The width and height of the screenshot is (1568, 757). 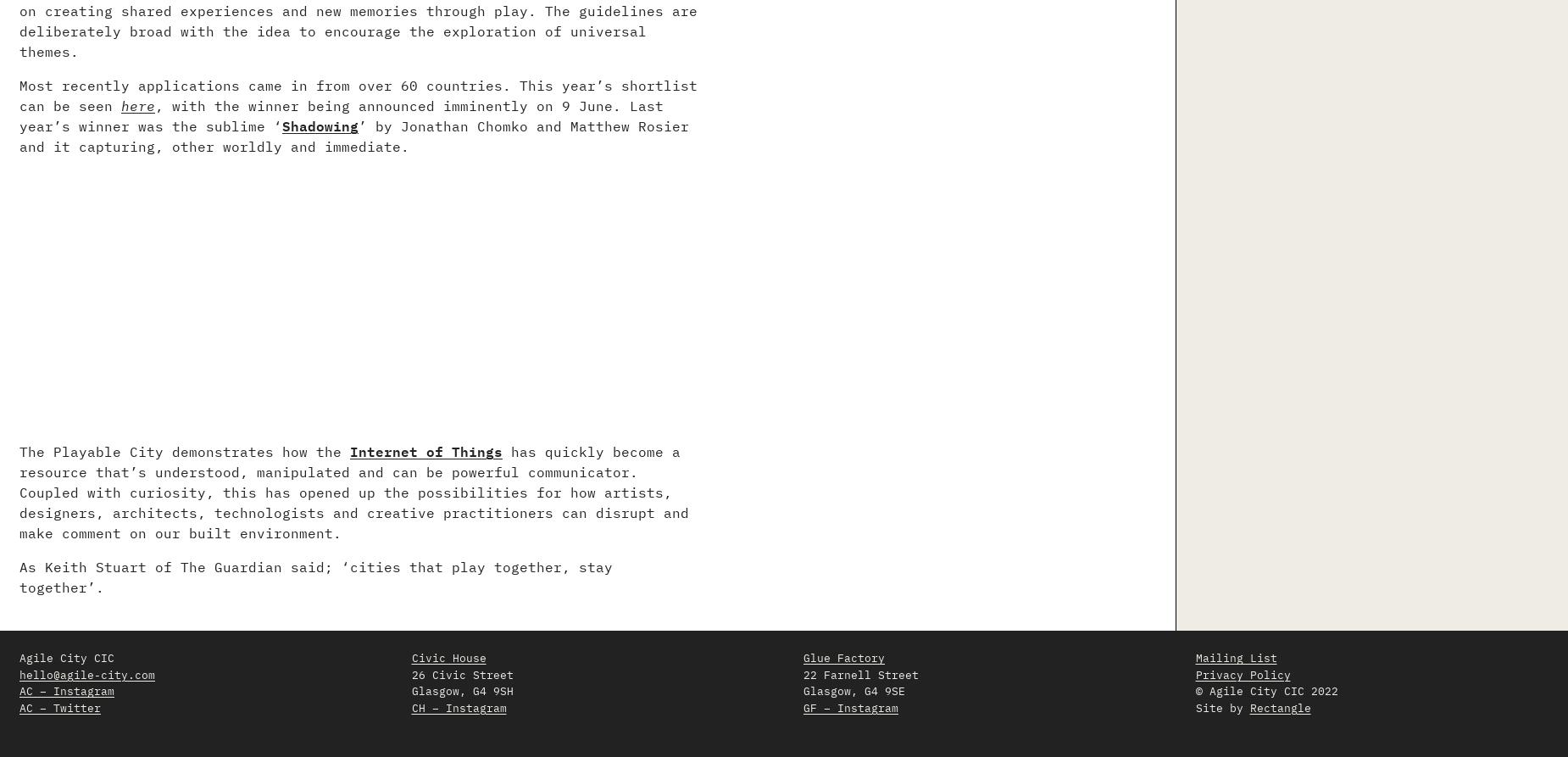 What do you see at coordinates (462, 690) in the screenshot?
I see `'Glasgow, G4 9SH'` at bounding box center [462, 690].